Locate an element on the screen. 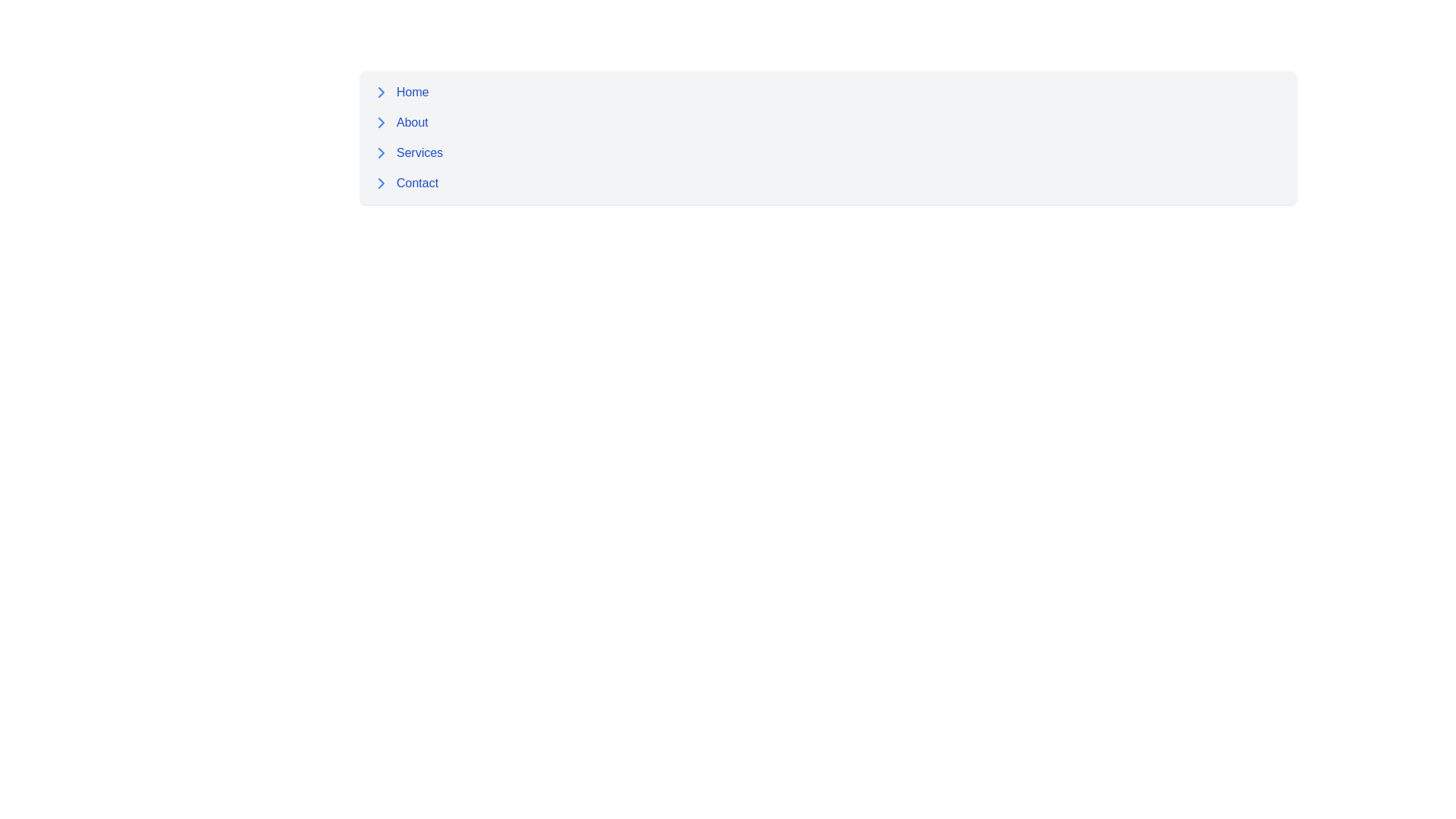  the blue rightward-pointing chevron icon located to the left of the 'Home' text label is located at coordinates (381, 93).